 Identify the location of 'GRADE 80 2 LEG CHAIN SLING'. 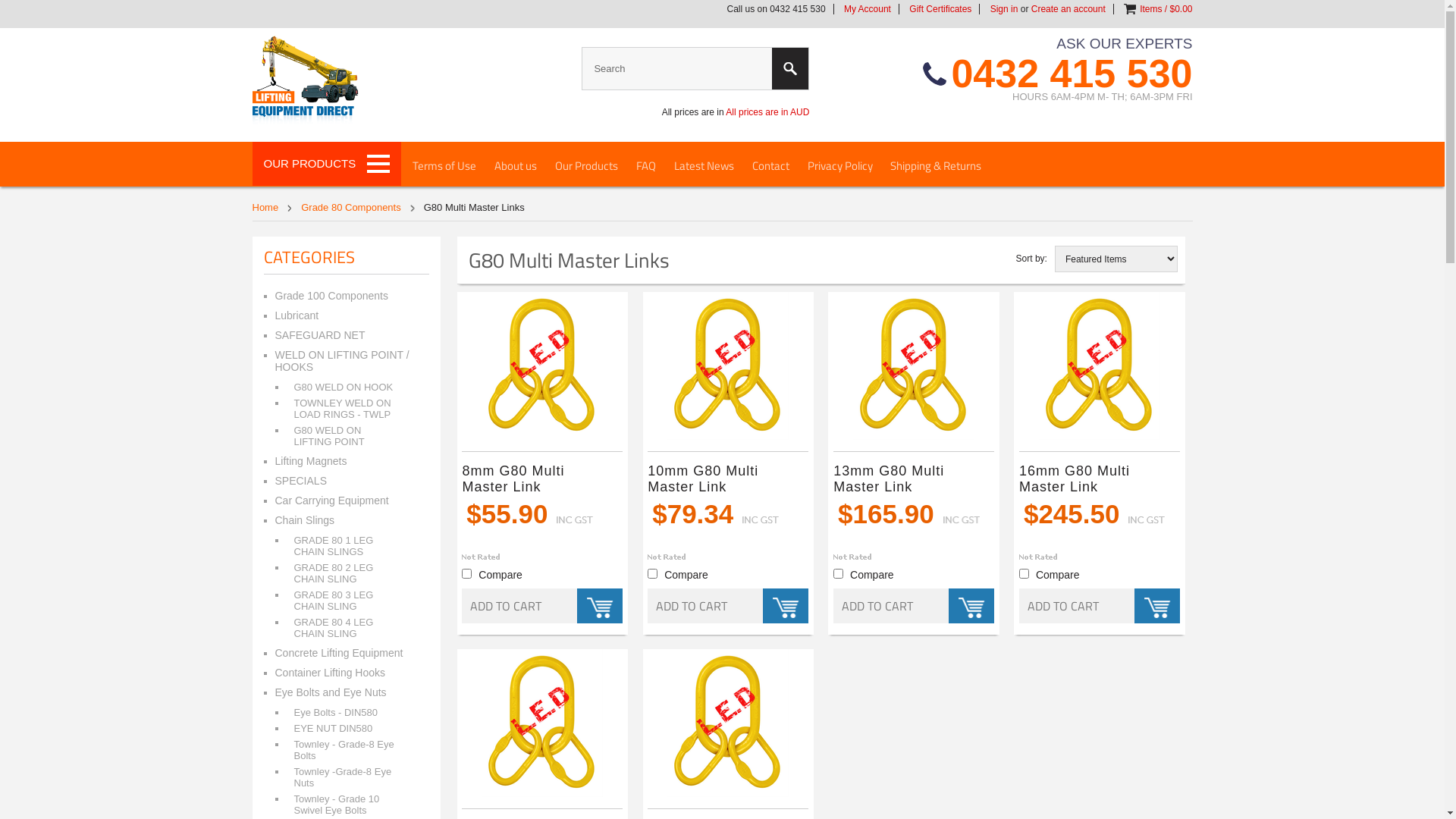
(346, 573).